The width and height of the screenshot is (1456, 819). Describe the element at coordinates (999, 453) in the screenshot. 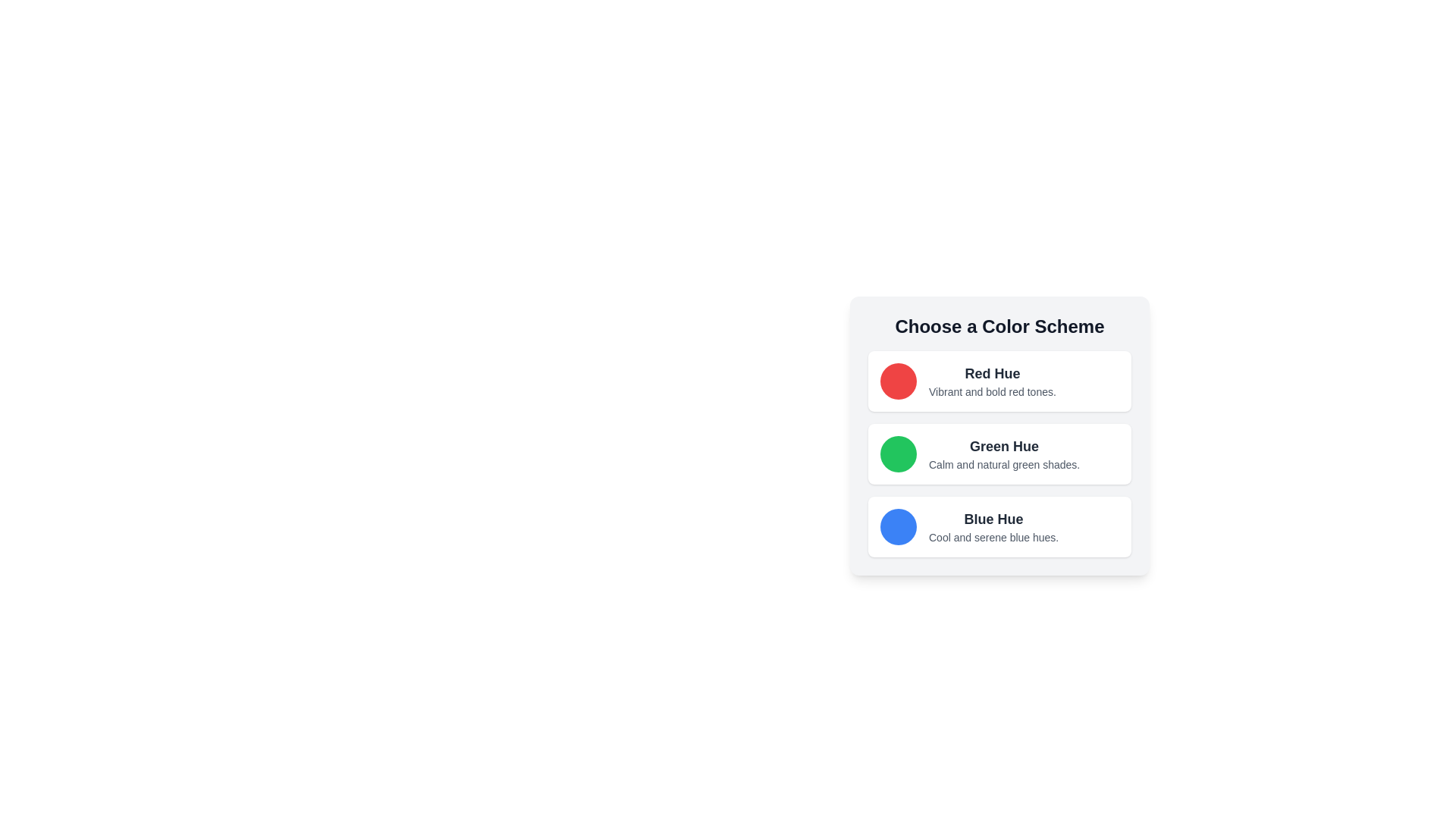

I see `the 'Green Hue' selectable option, which is the second item in the color options list` at that location.